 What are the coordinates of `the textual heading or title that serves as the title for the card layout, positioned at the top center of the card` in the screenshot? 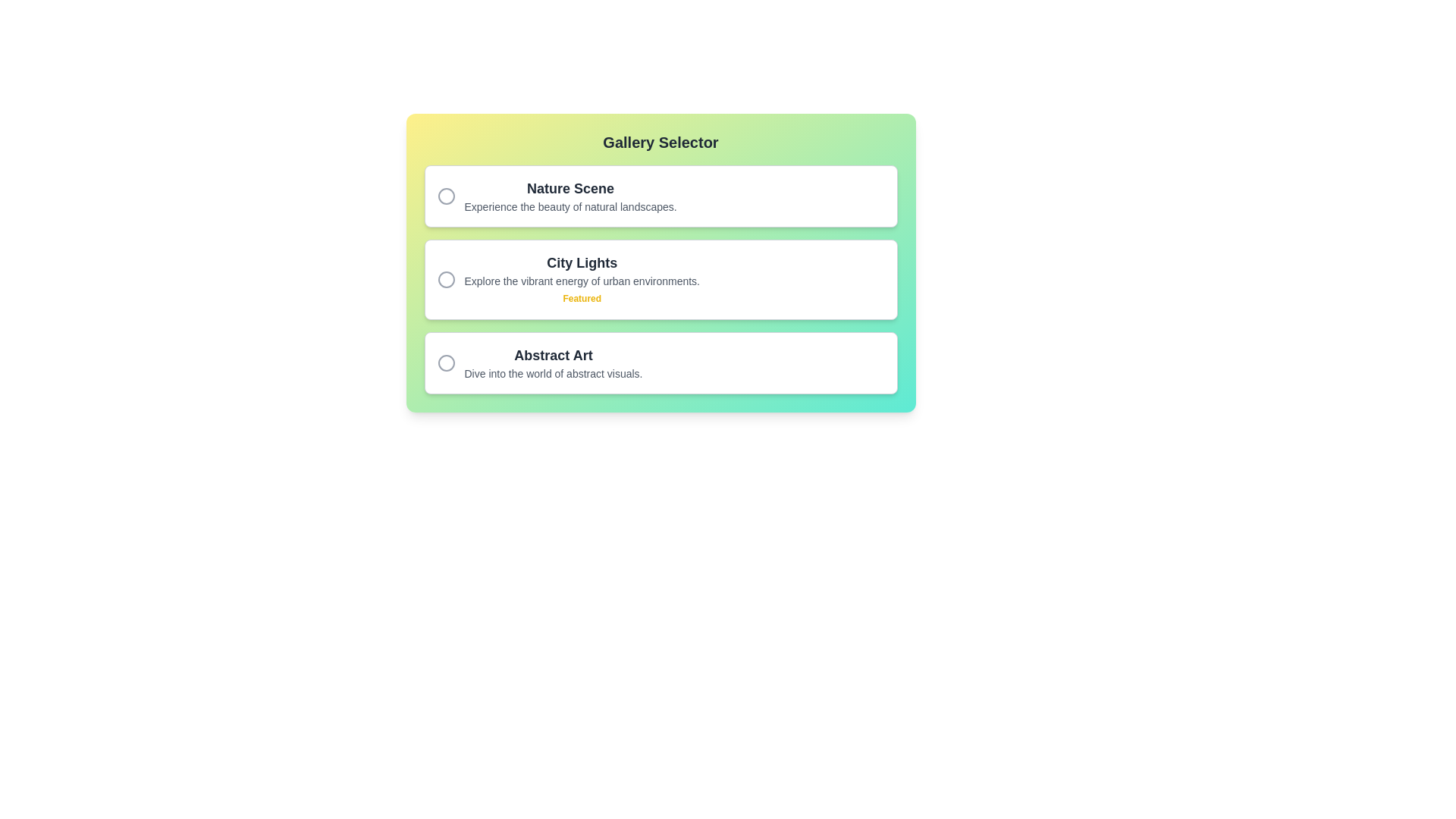 It's located at (661, 143).